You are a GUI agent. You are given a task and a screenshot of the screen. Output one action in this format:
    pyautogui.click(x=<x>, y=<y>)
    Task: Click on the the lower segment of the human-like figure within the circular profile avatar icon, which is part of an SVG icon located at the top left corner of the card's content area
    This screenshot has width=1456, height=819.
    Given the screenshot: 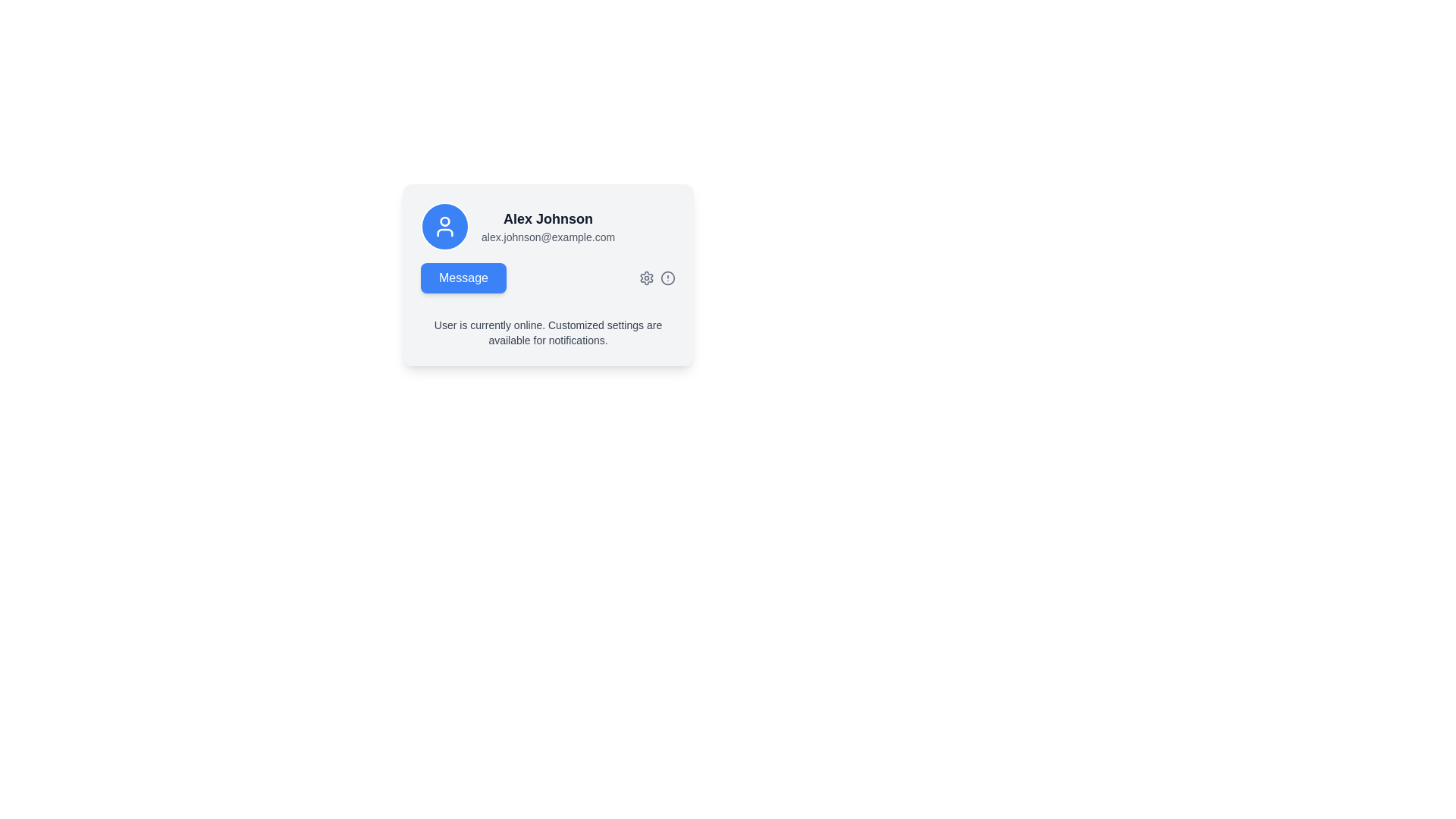 What is the action you would take?
    pyautogui.click(x=444, y=233)
    